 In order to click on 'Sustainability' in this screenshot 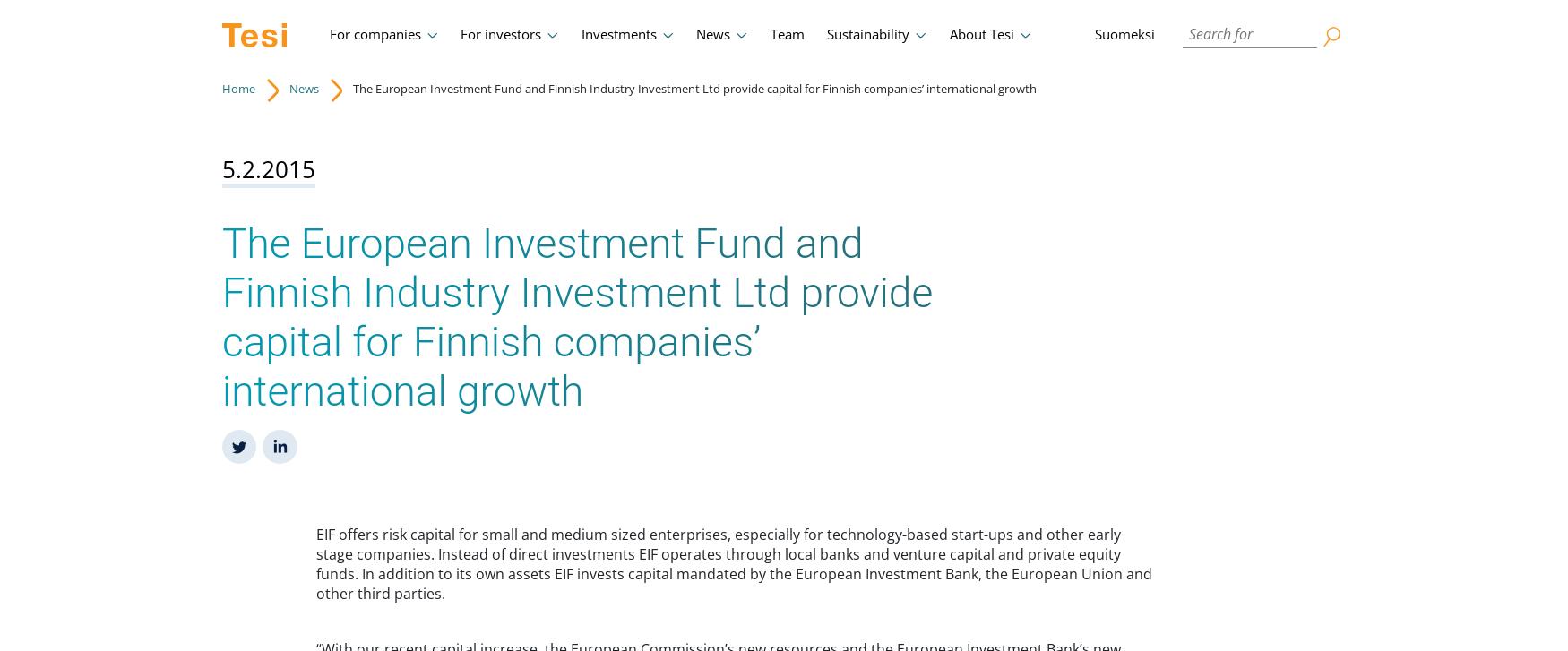, I will do `click(867, 34)`.